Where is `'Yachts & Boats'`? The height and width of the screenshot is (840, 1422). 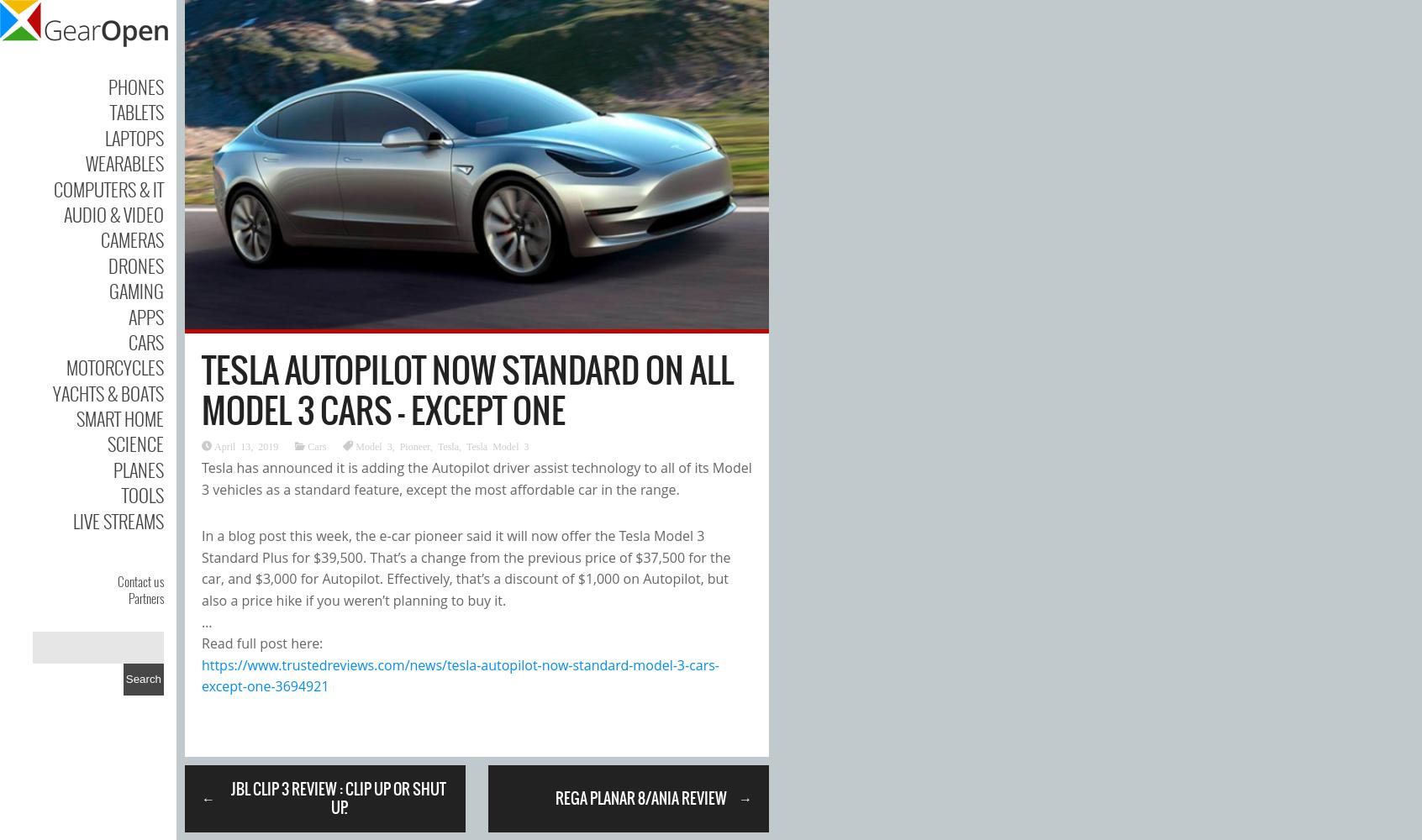
'Yachts & Boats' is located at coordinates (108, 391).